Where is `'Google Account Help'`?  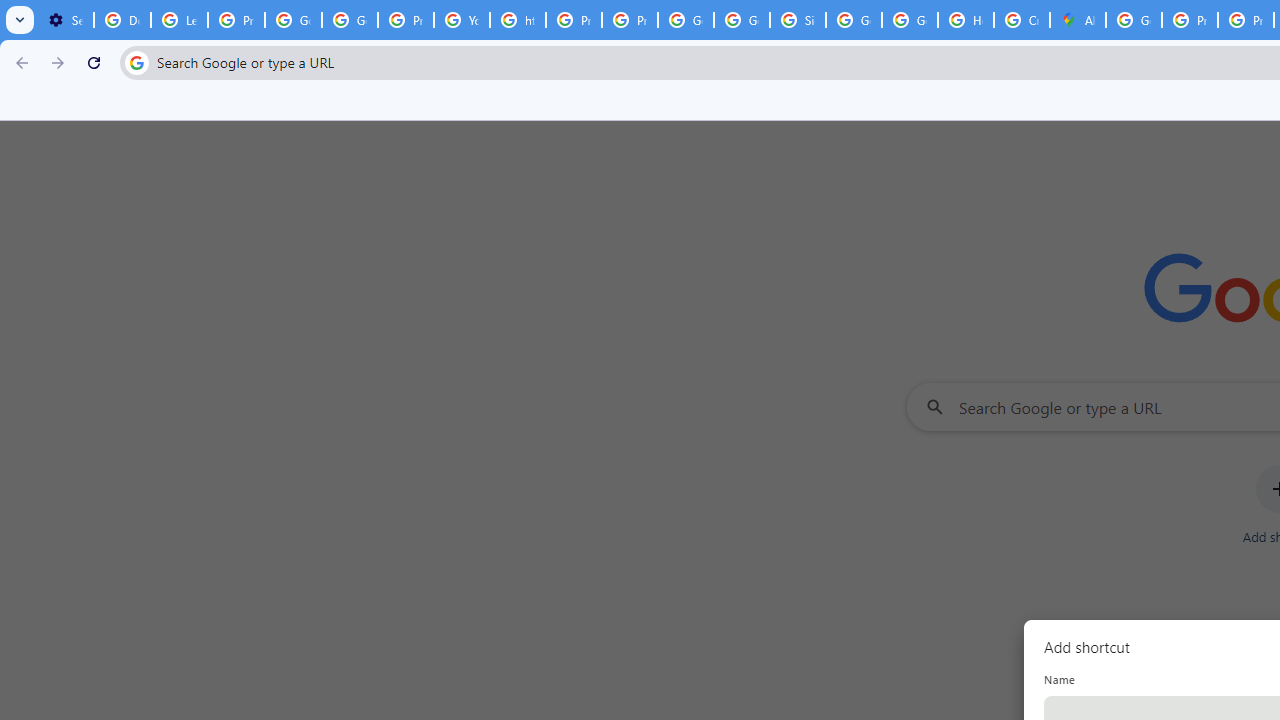 'Google Account Help' is located at coordinates (292, 20).